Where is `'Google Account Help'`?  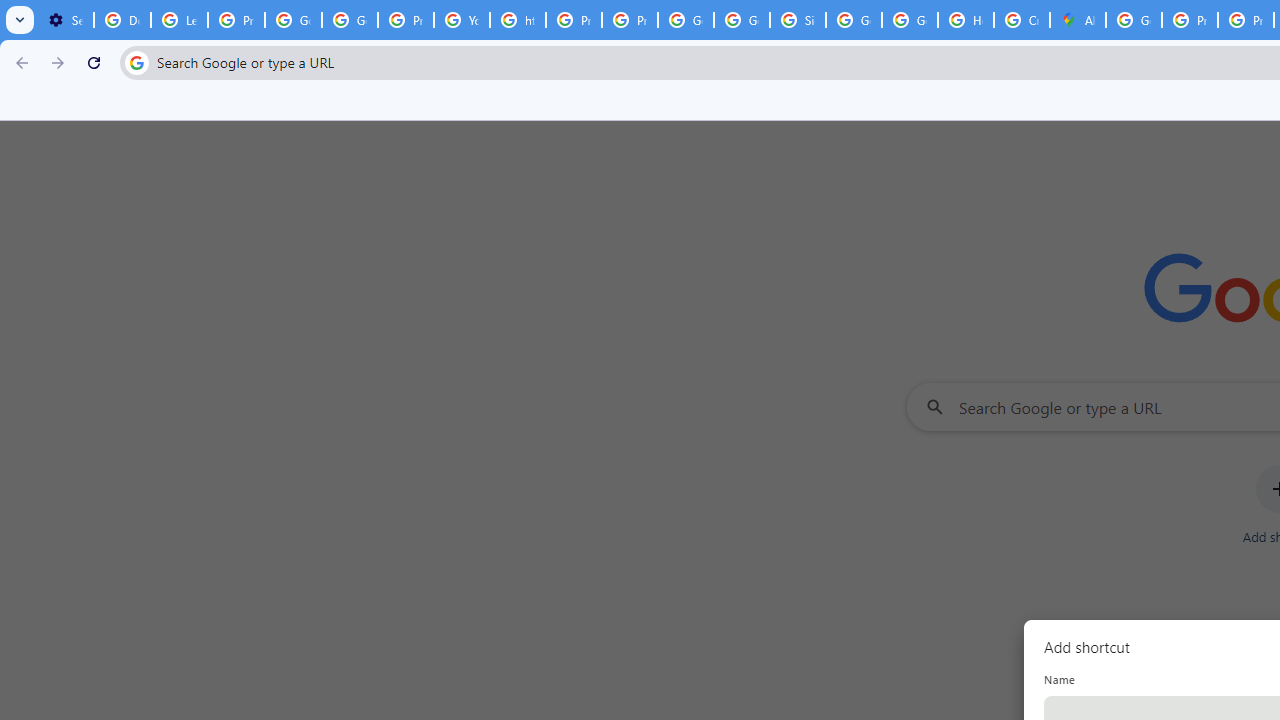 'Google Account Help' is located at coordinates (292, 20).